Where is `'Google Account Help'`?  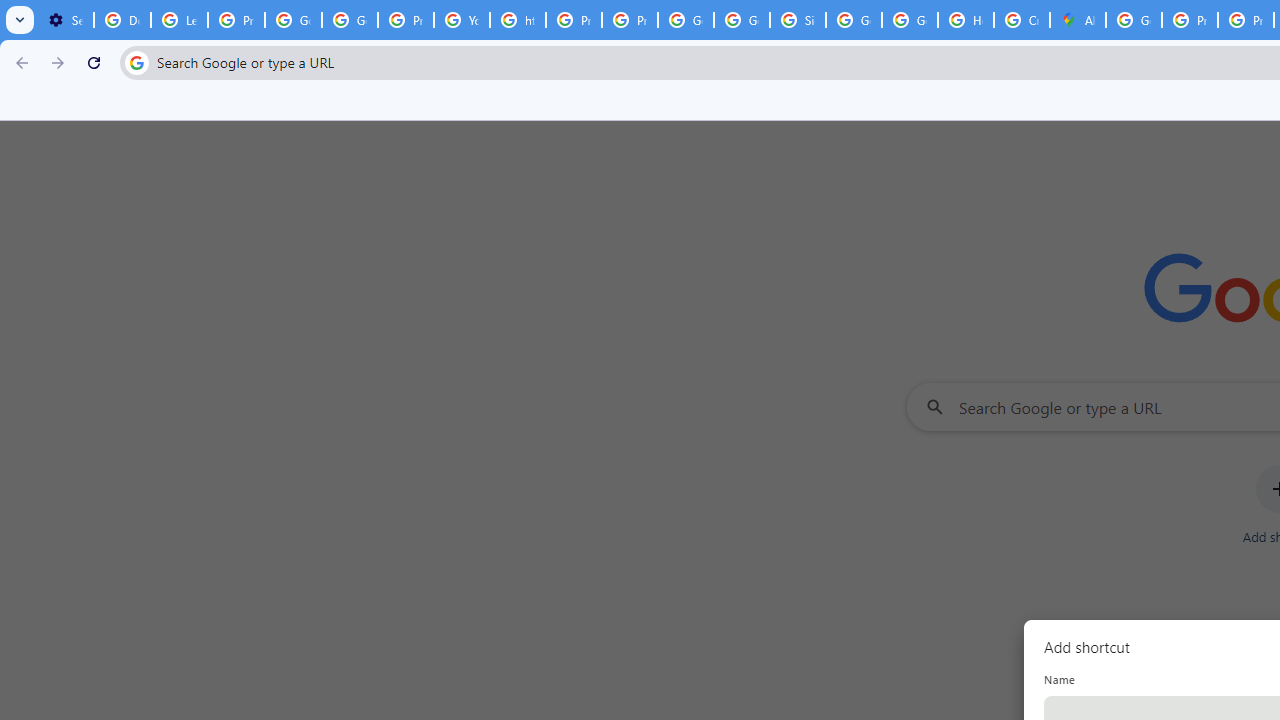 'Google Account Help' is located at coordinates (292, 20).